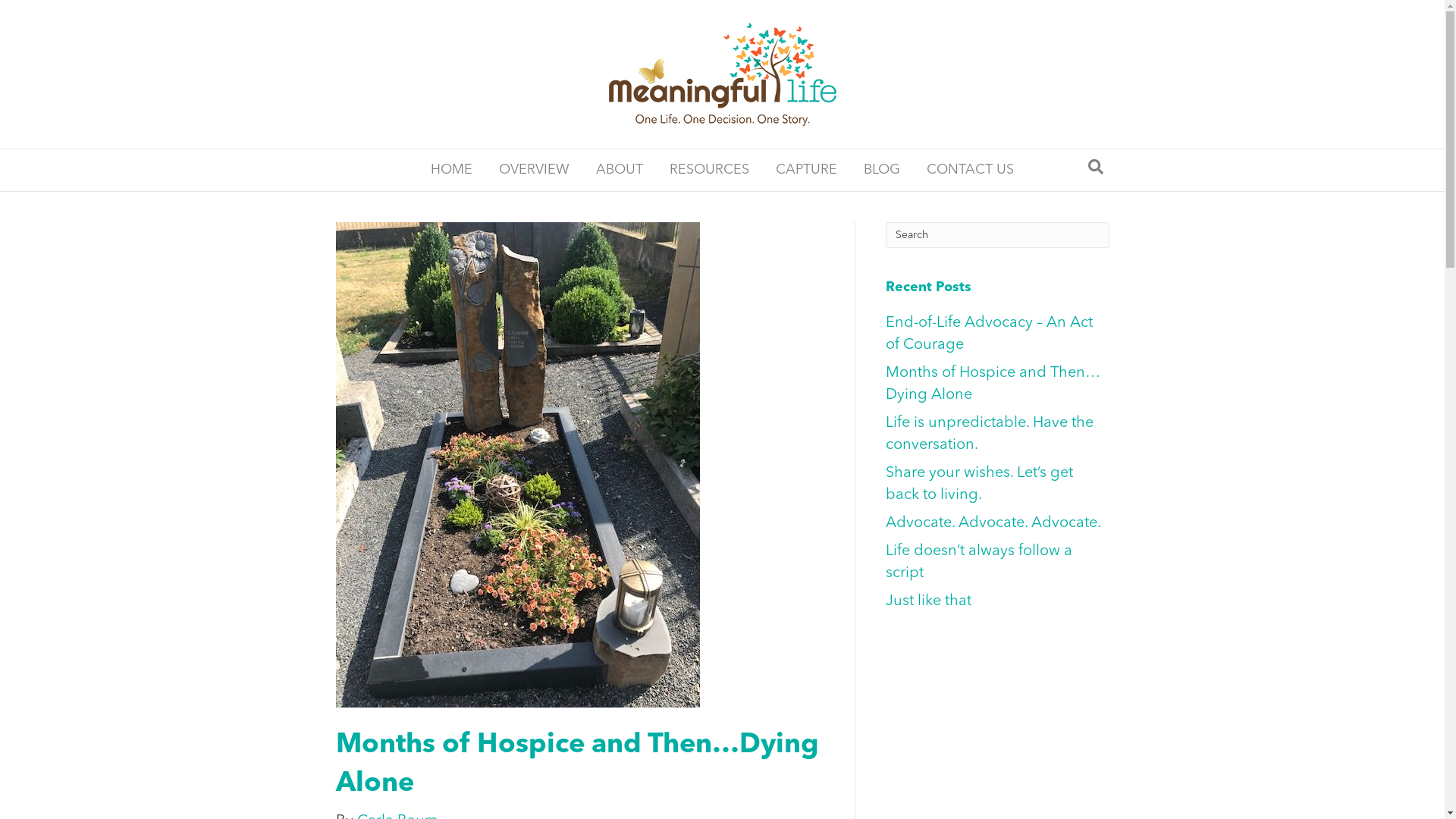 Image resolution: width=1456 pixels, height=819 pixels. I want to click on 'BLOG', so click(881, 170).